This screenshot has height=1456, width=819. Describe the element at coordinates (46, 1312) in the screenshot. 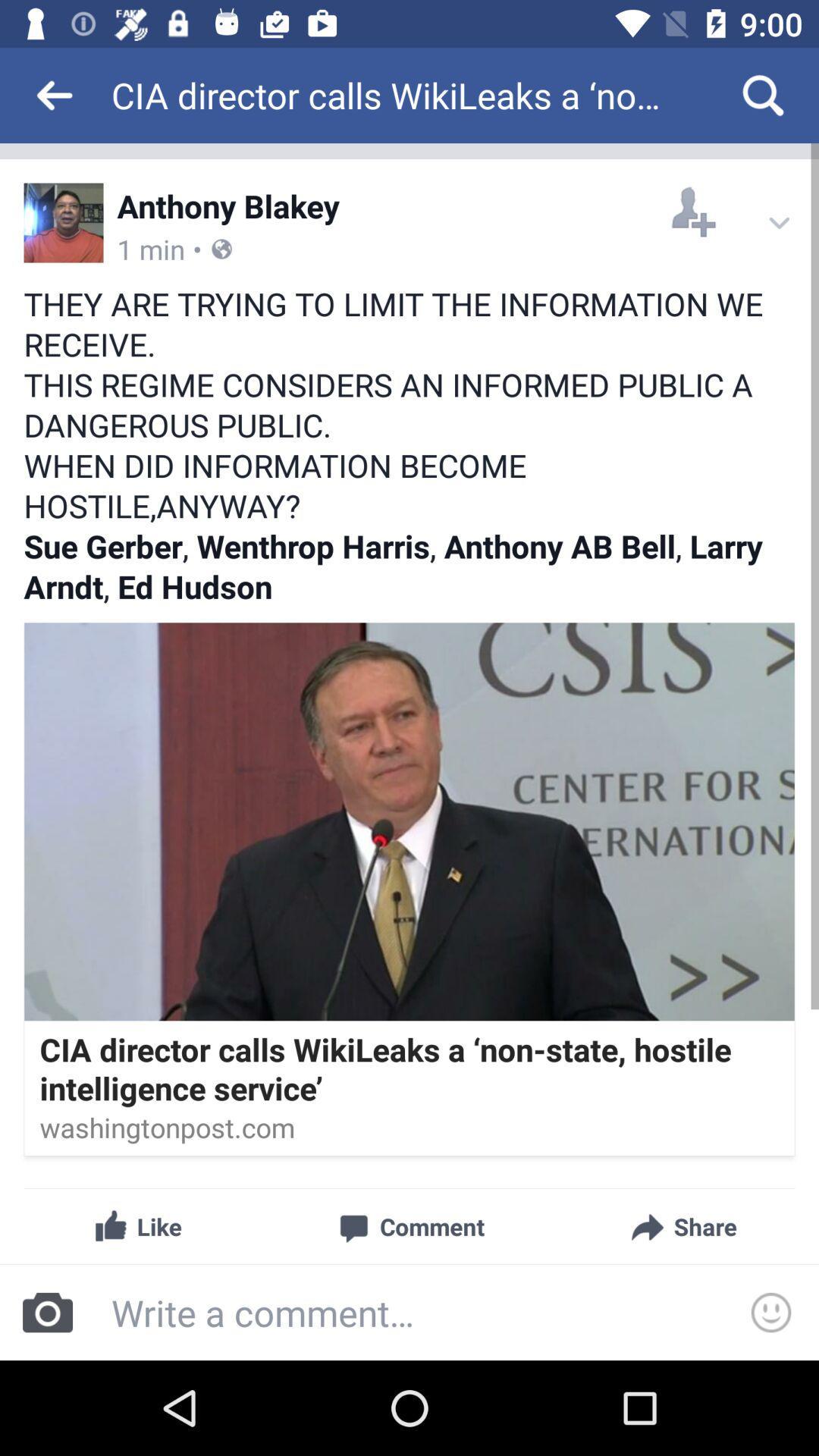

I see `the photo icon` at that location.